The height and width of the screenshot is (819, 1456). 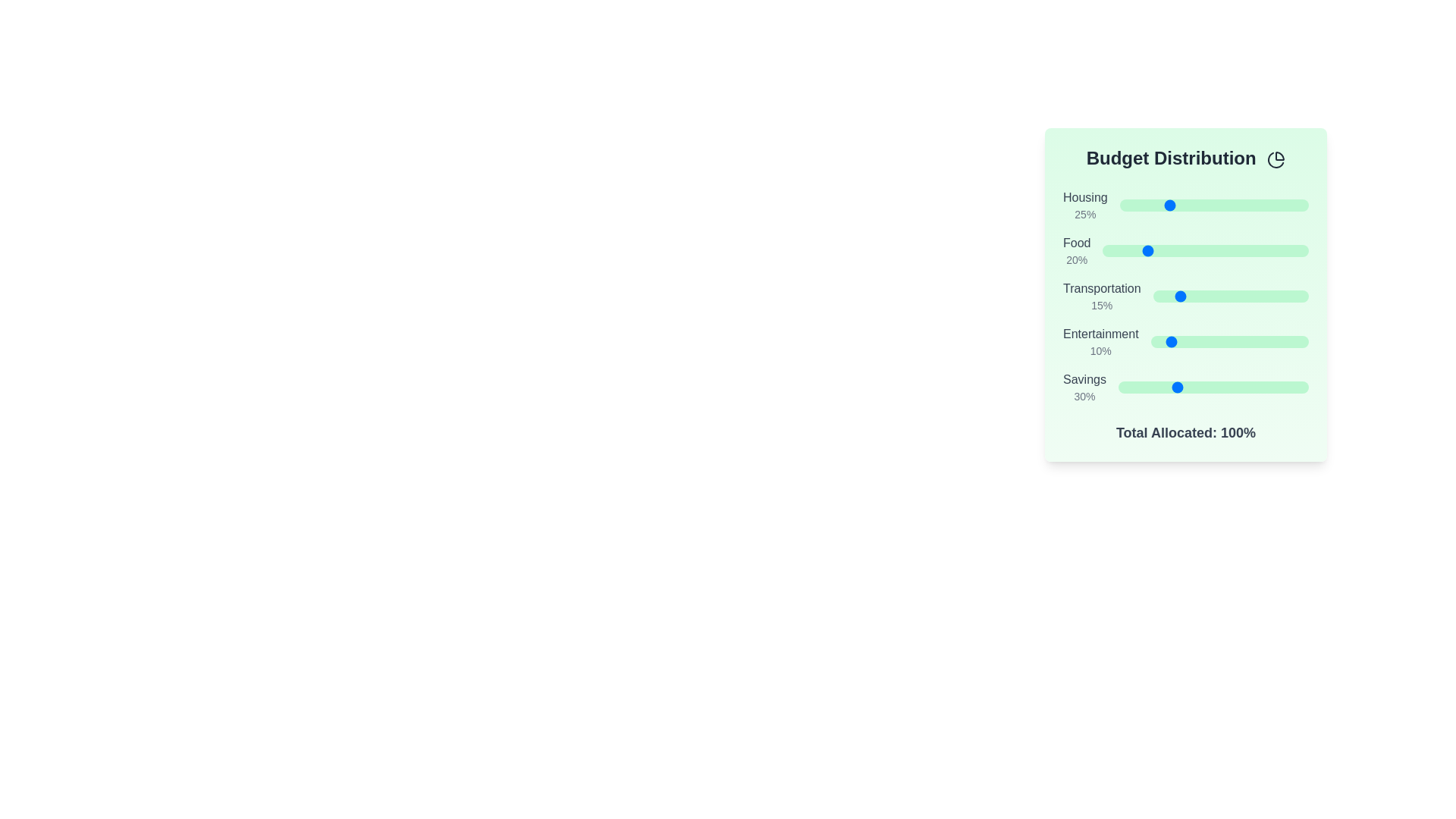 I want to click on the 'Savings' slider to set its value to 91%, so click(x=1291, y=386).